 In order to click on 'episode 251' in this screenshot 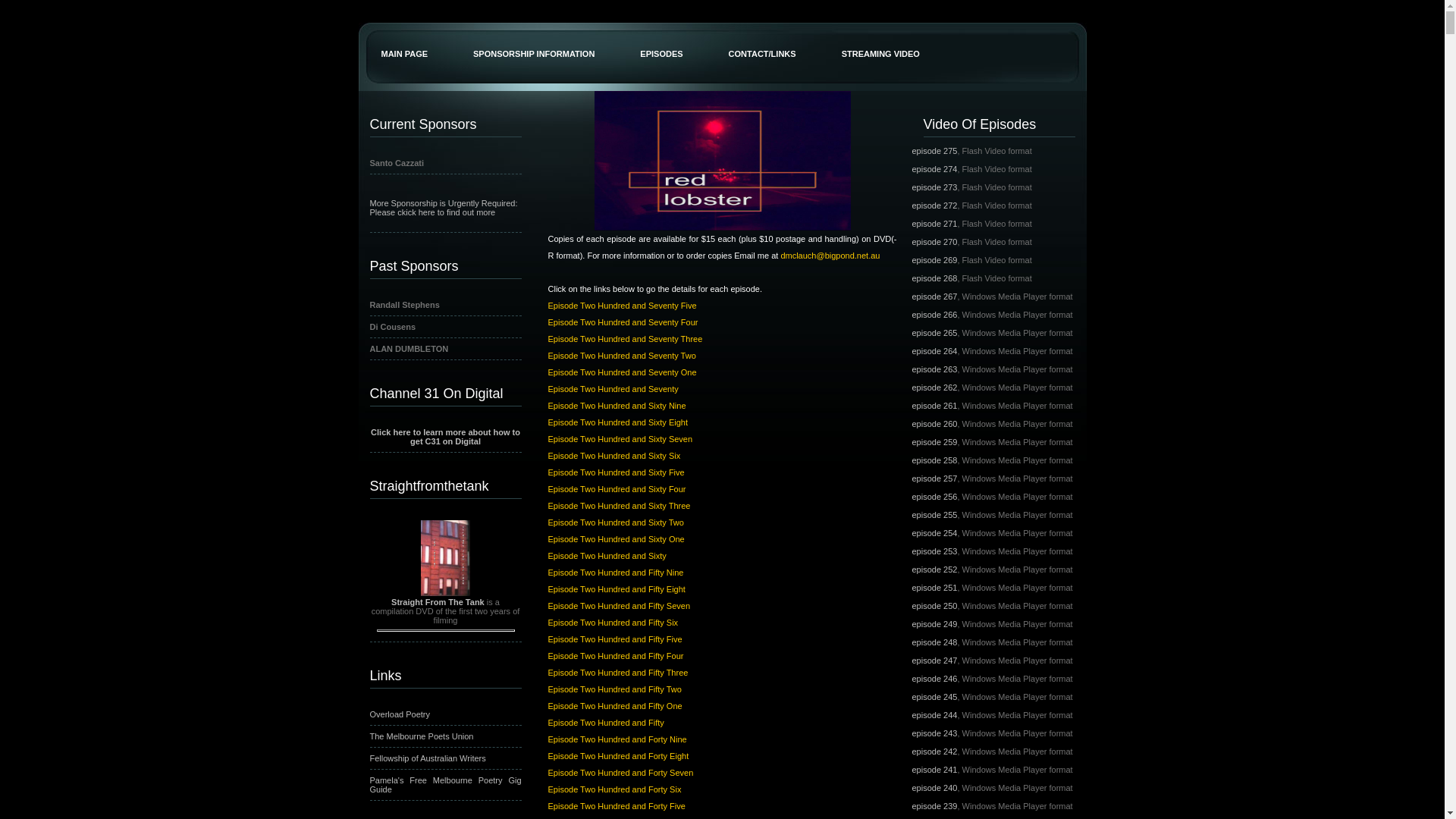, I will do `click(934, 587)`.